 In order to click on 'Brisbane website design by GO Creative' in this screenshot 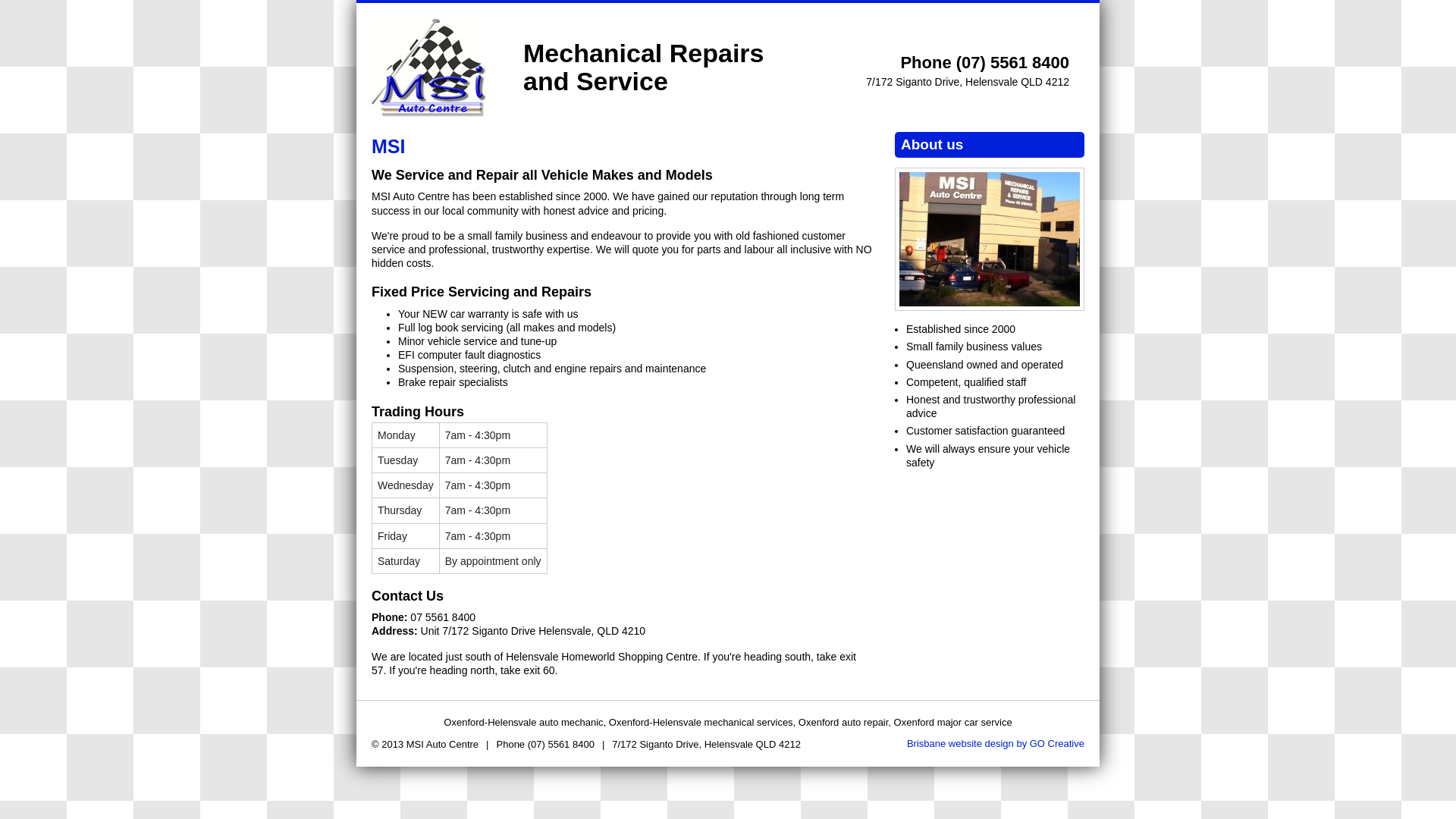, I will do `click(996, 742)`.